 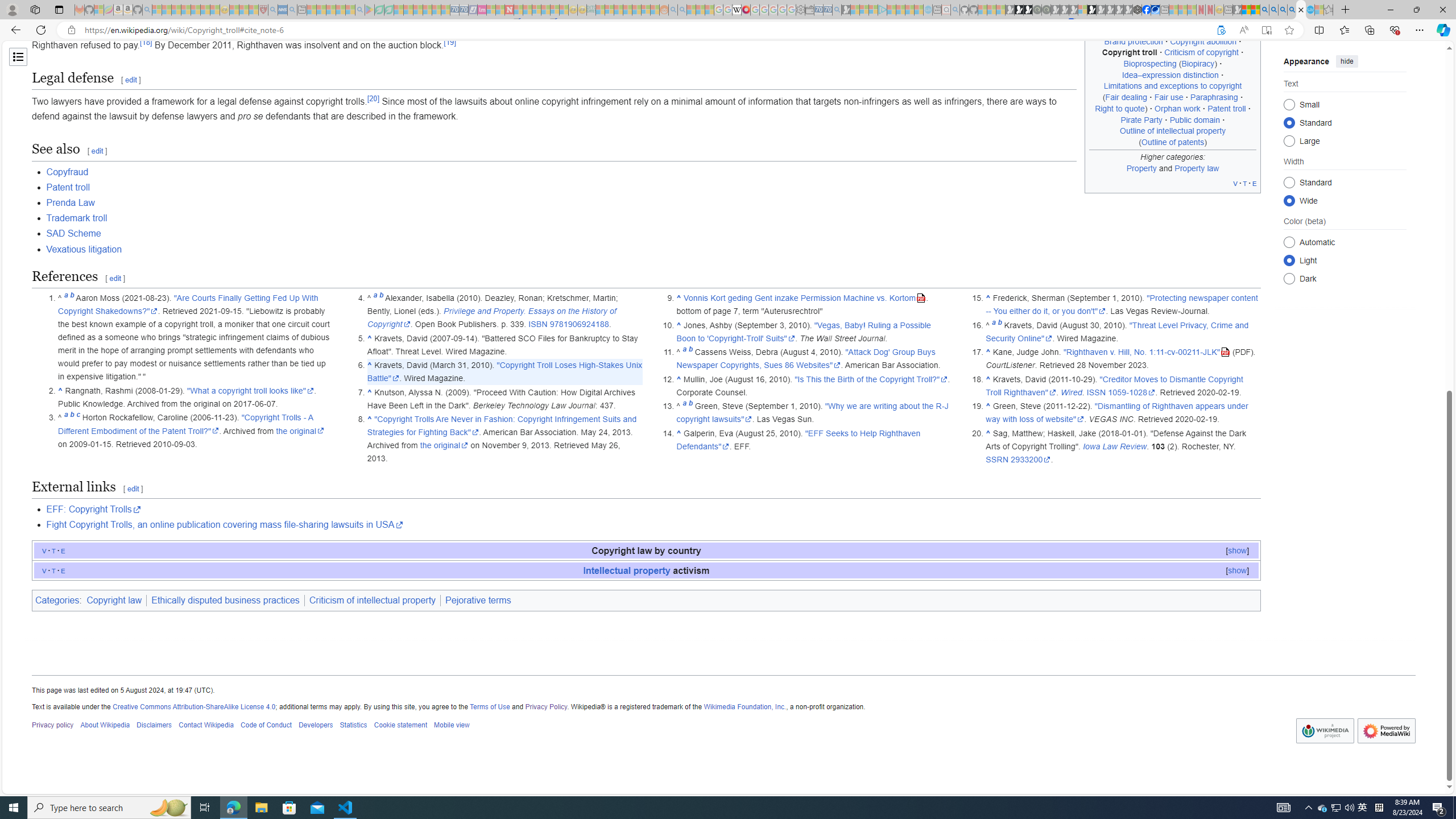 What do you see at coordinates (1236, 9) in the screenshot?
I see `'MSN - Sleeping'` at bounding box center [1236, 9].